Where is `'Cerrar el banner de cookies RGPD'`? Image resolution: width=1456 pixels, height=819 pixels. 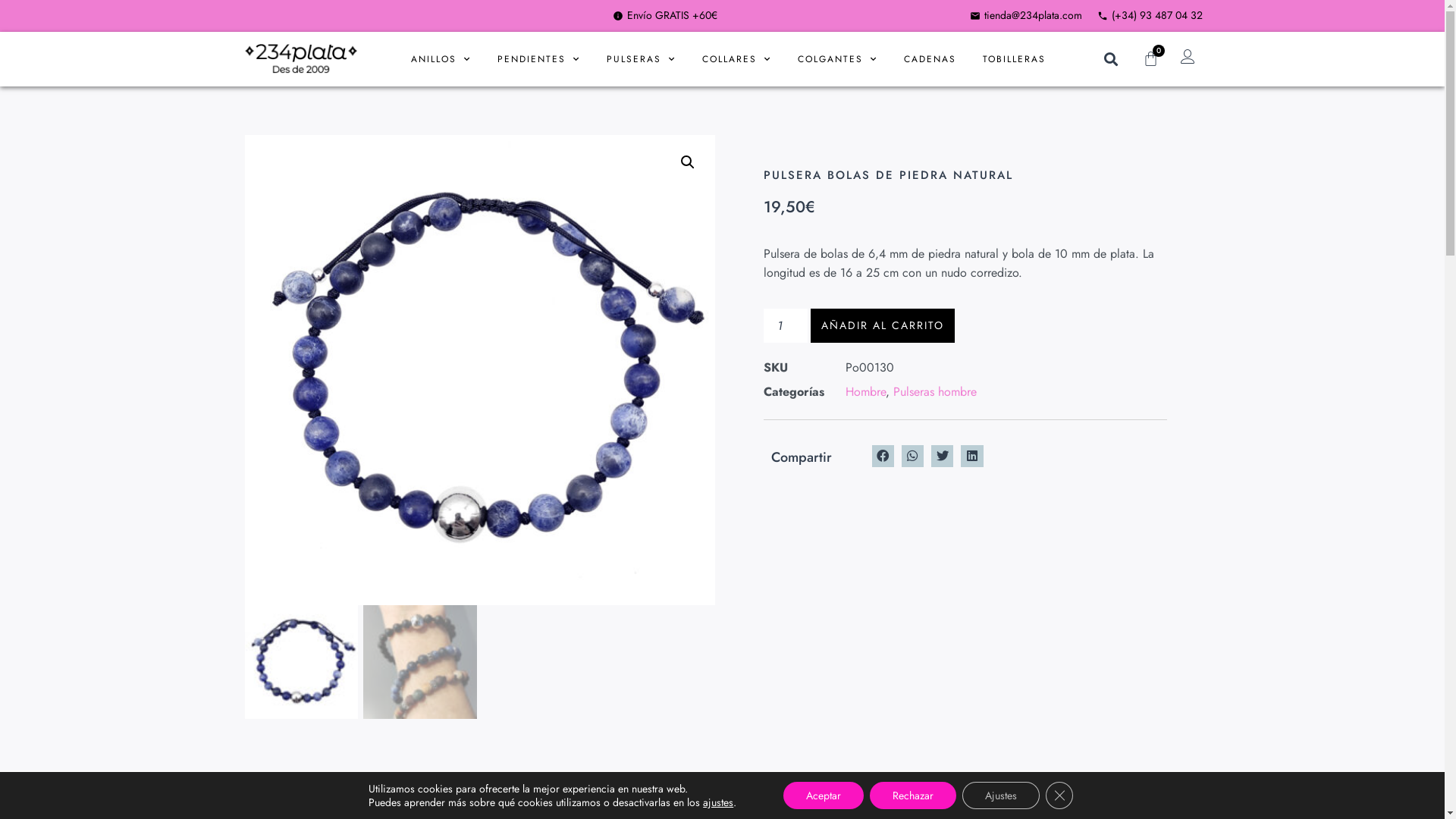 'Cerrar el banner de cookies RGPD' is located at coordinates (1058, 795).